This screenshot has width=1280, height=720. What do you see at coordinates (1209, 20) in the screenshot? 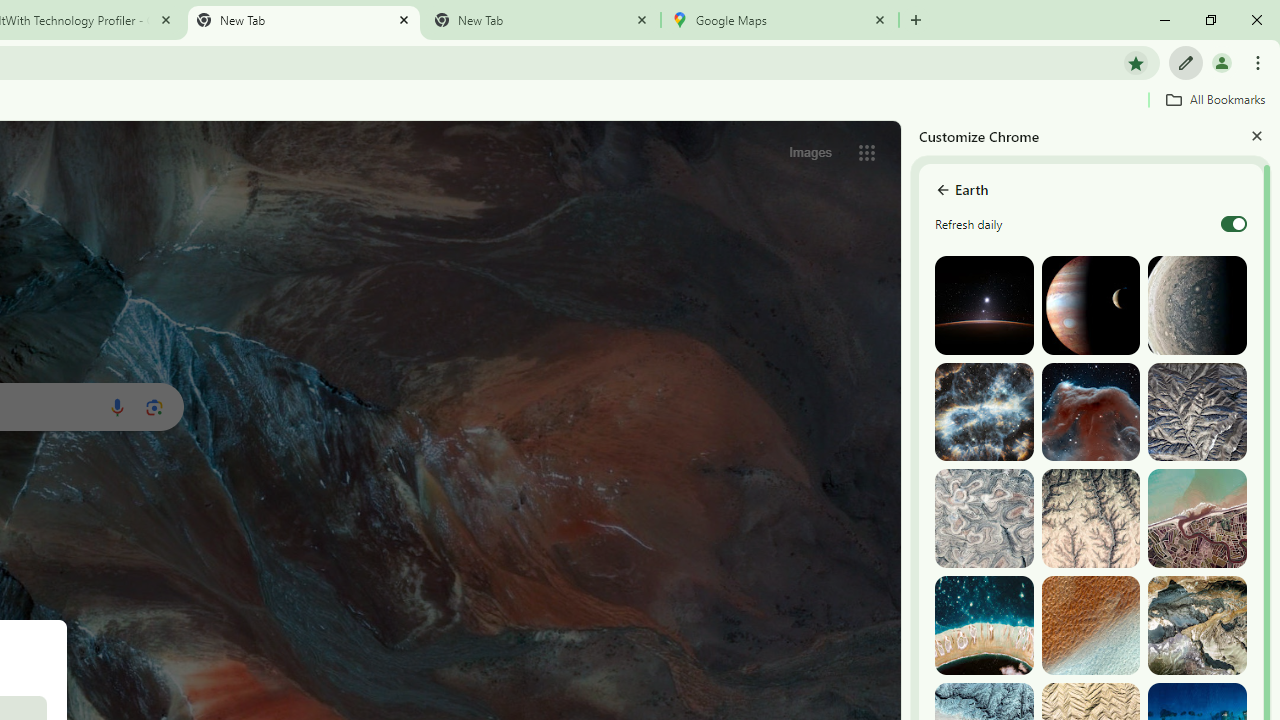
I see `'Restore'` at bounding box center [1209, 20].